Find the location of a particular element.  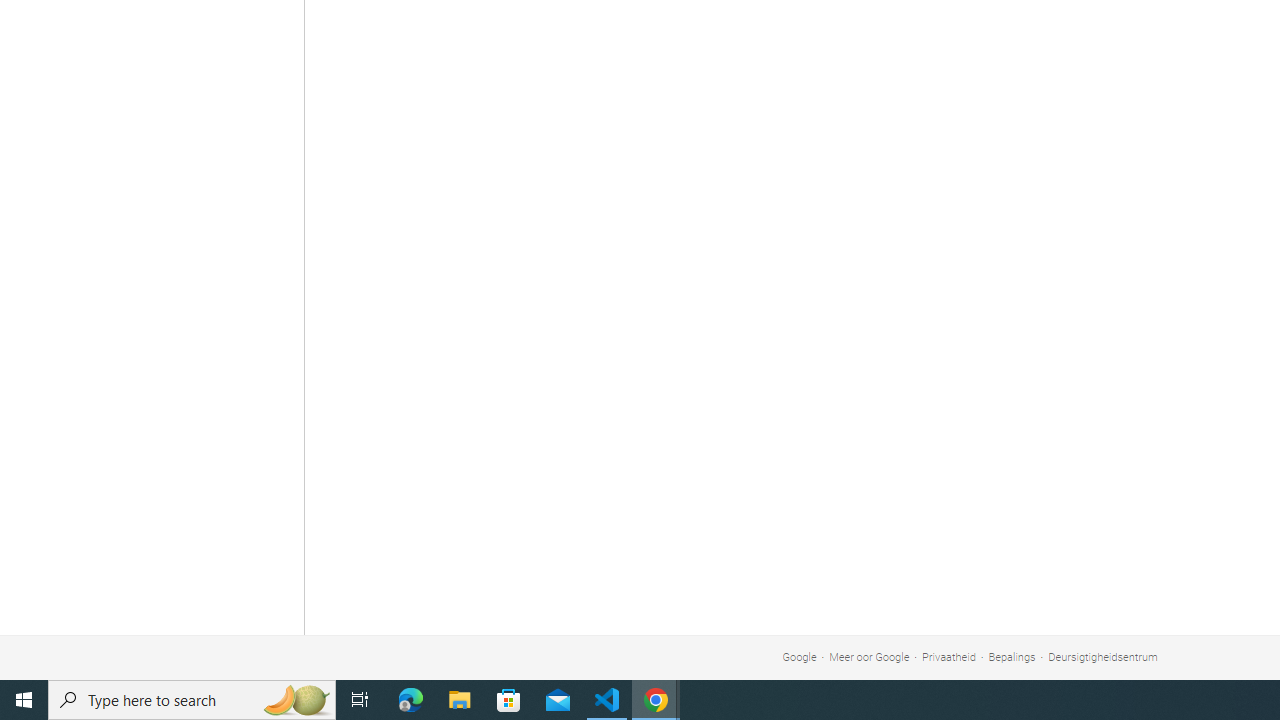

'Deursigtigheidsentrum' is located at coordinates (1102, 657).